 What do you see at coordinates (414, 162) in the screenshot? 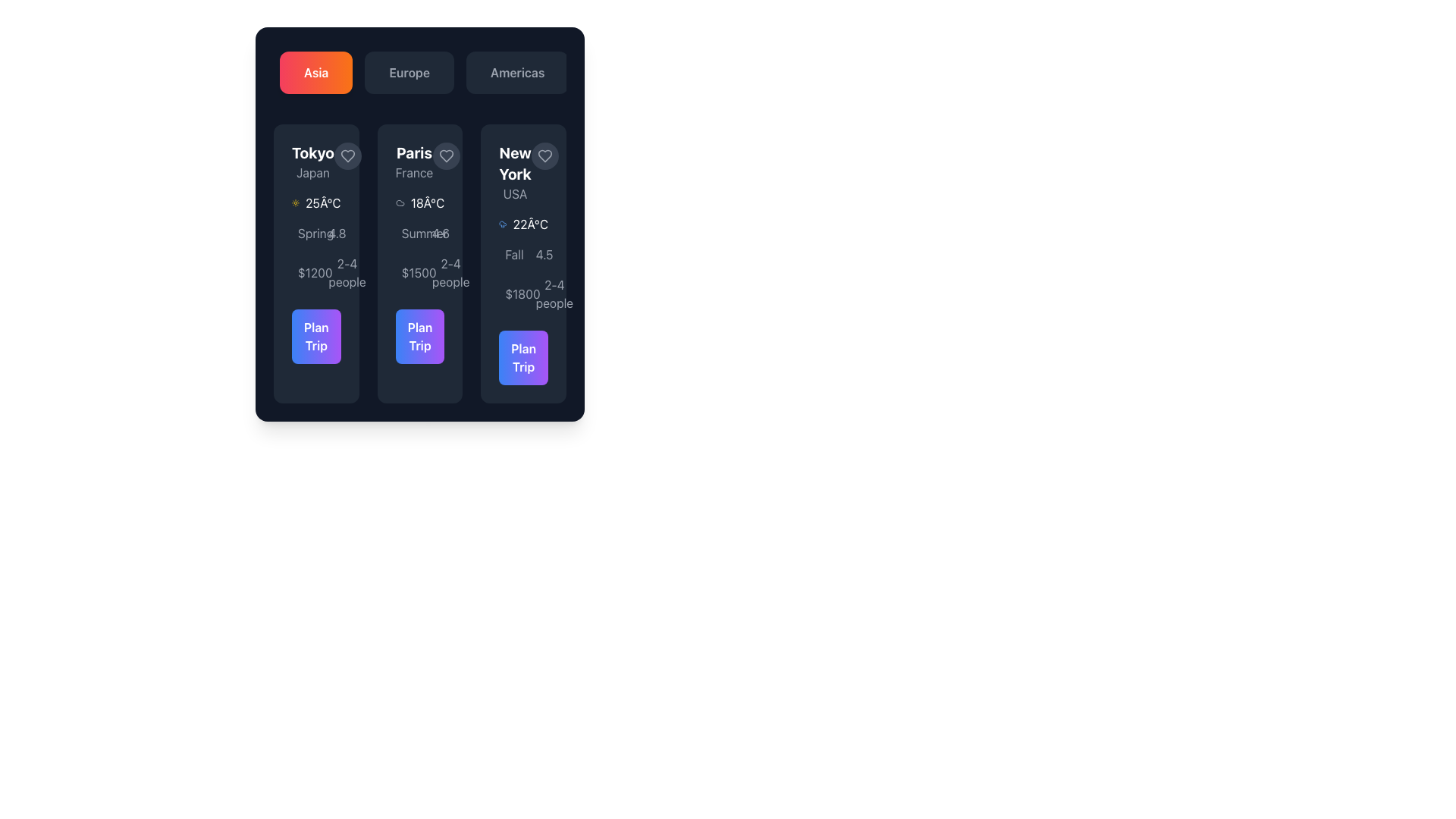
I see `the label indicating the name and location of a travel destination, located in the top section of the second card in a horizontal list of travel destination cards, between 'Tokyo' and 'New York'` at bounding box center [414, 162].